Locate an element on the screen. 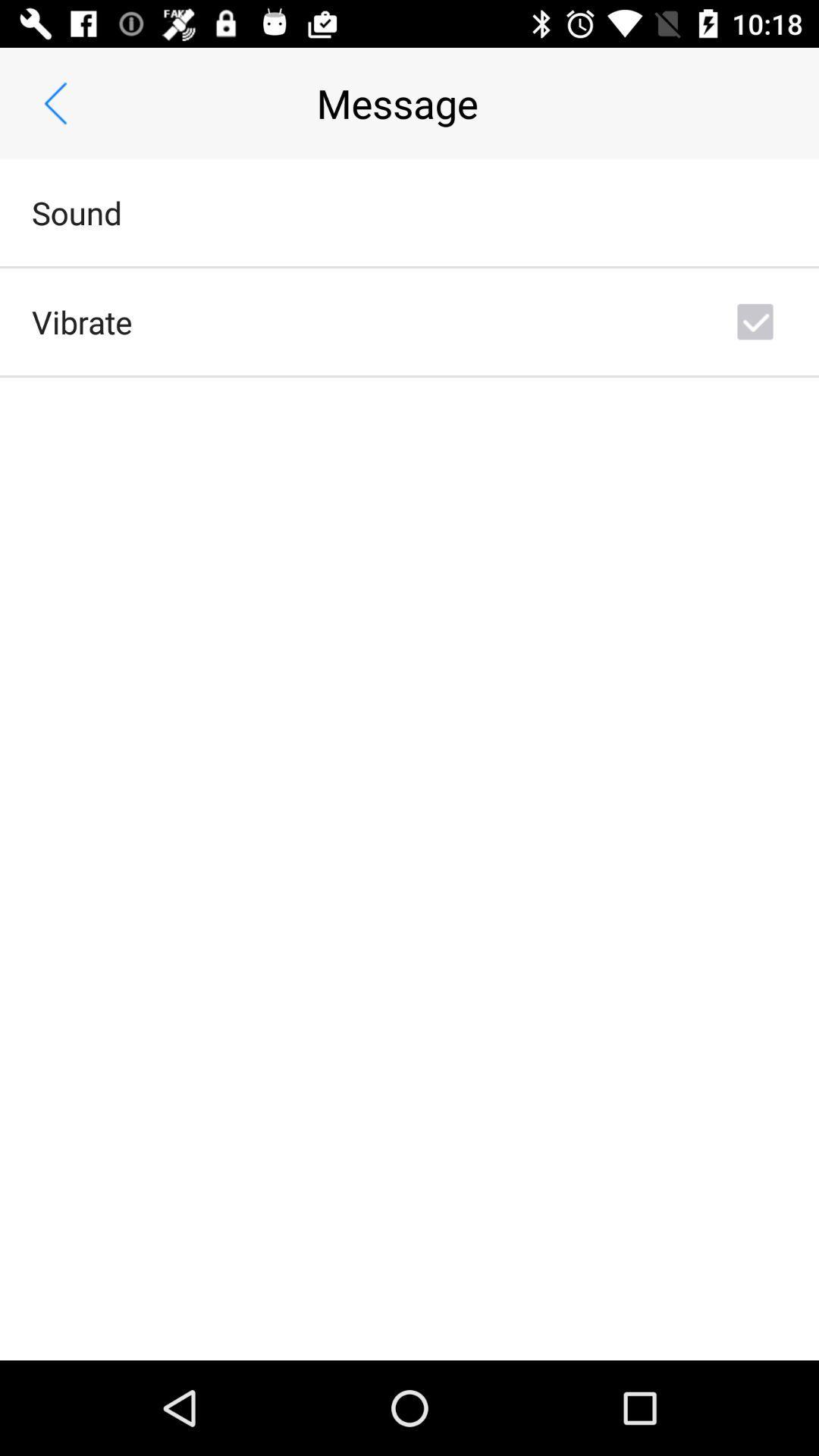  vibrate is located at coordinates (82, 321).